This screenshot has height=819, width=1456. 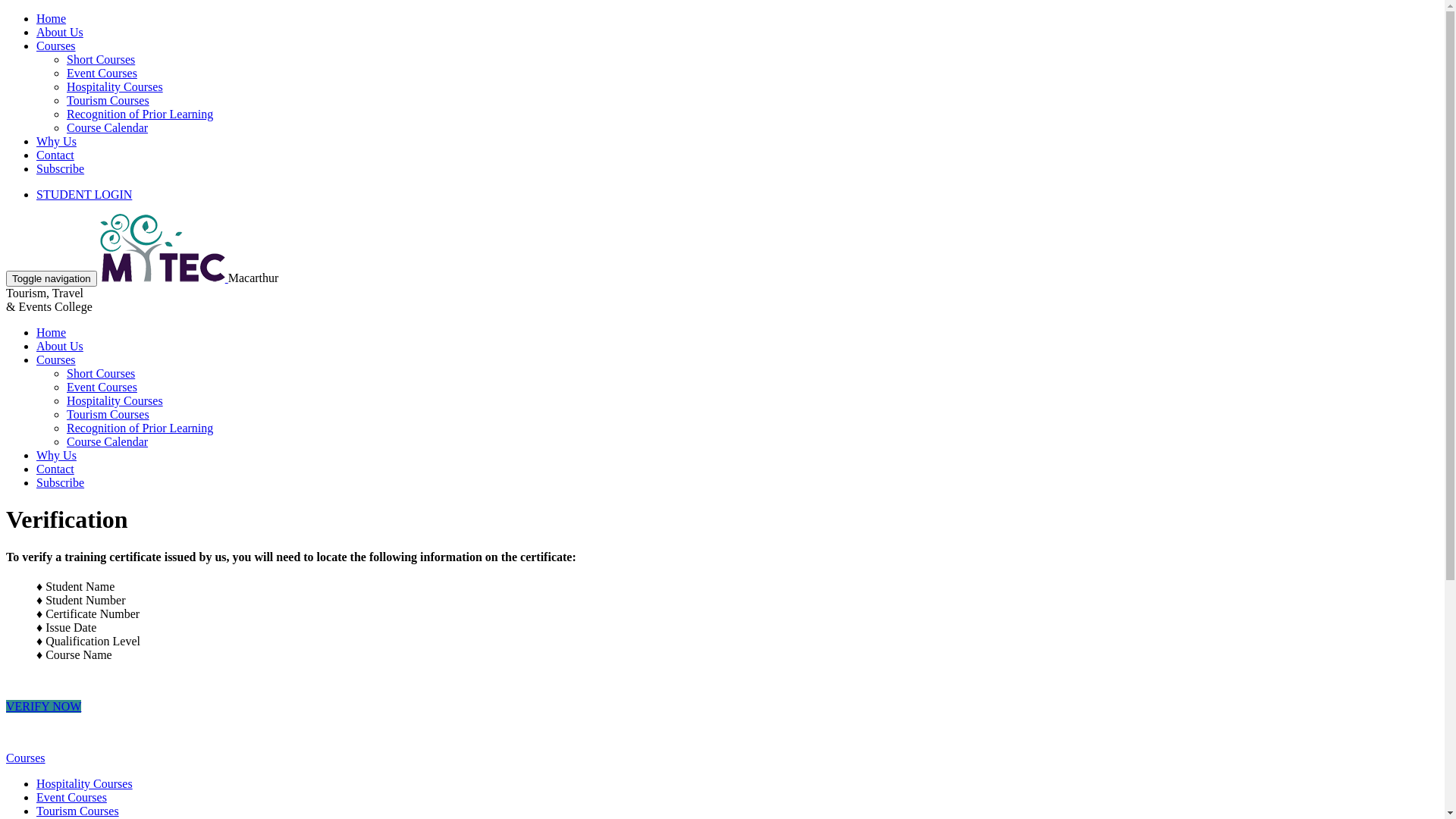 I want to click on 'Contact', so click(x=36, y=155).